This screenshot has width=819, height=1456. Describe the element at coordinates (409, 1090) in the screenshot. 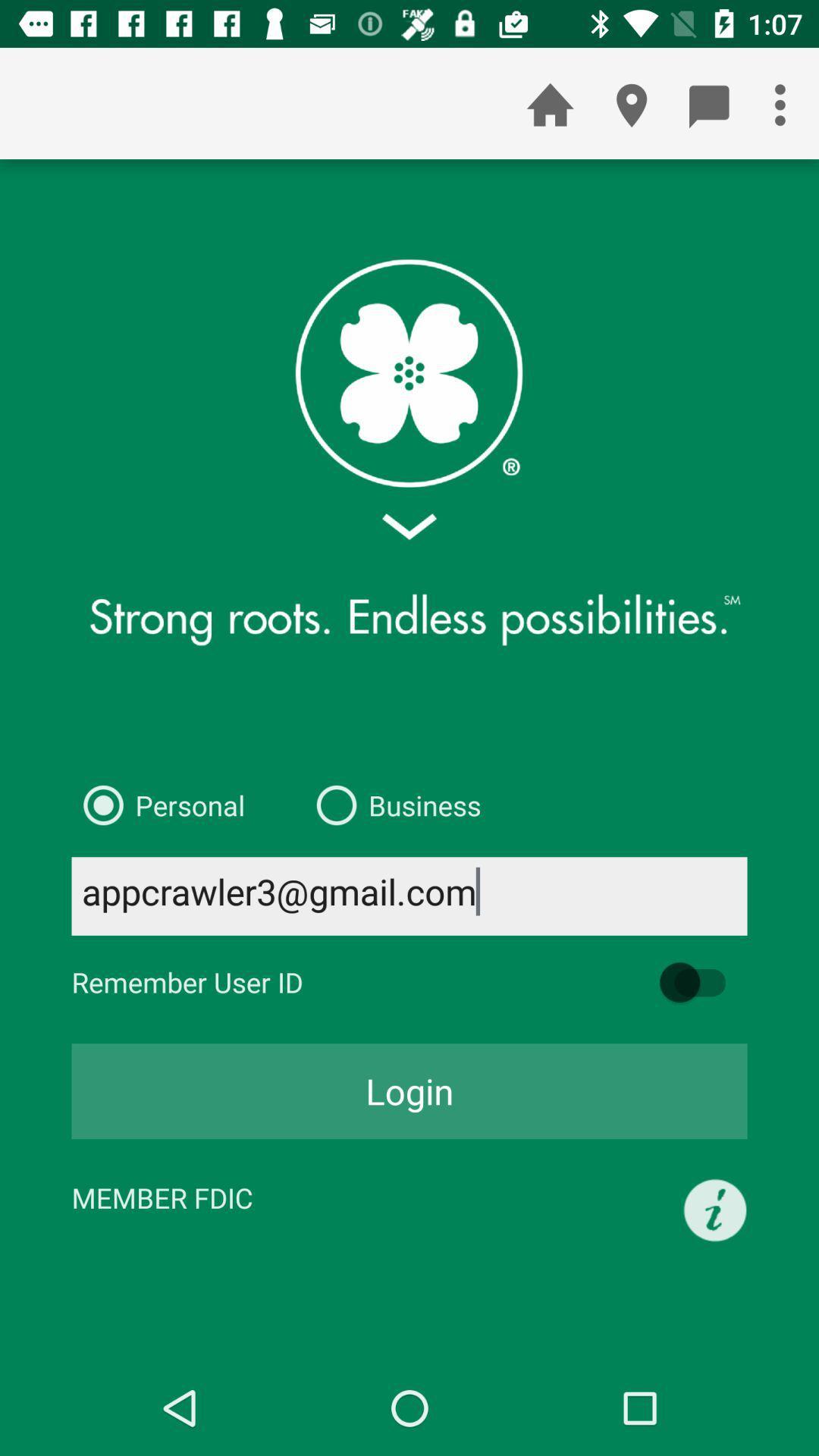

I see `the login item` at that location.